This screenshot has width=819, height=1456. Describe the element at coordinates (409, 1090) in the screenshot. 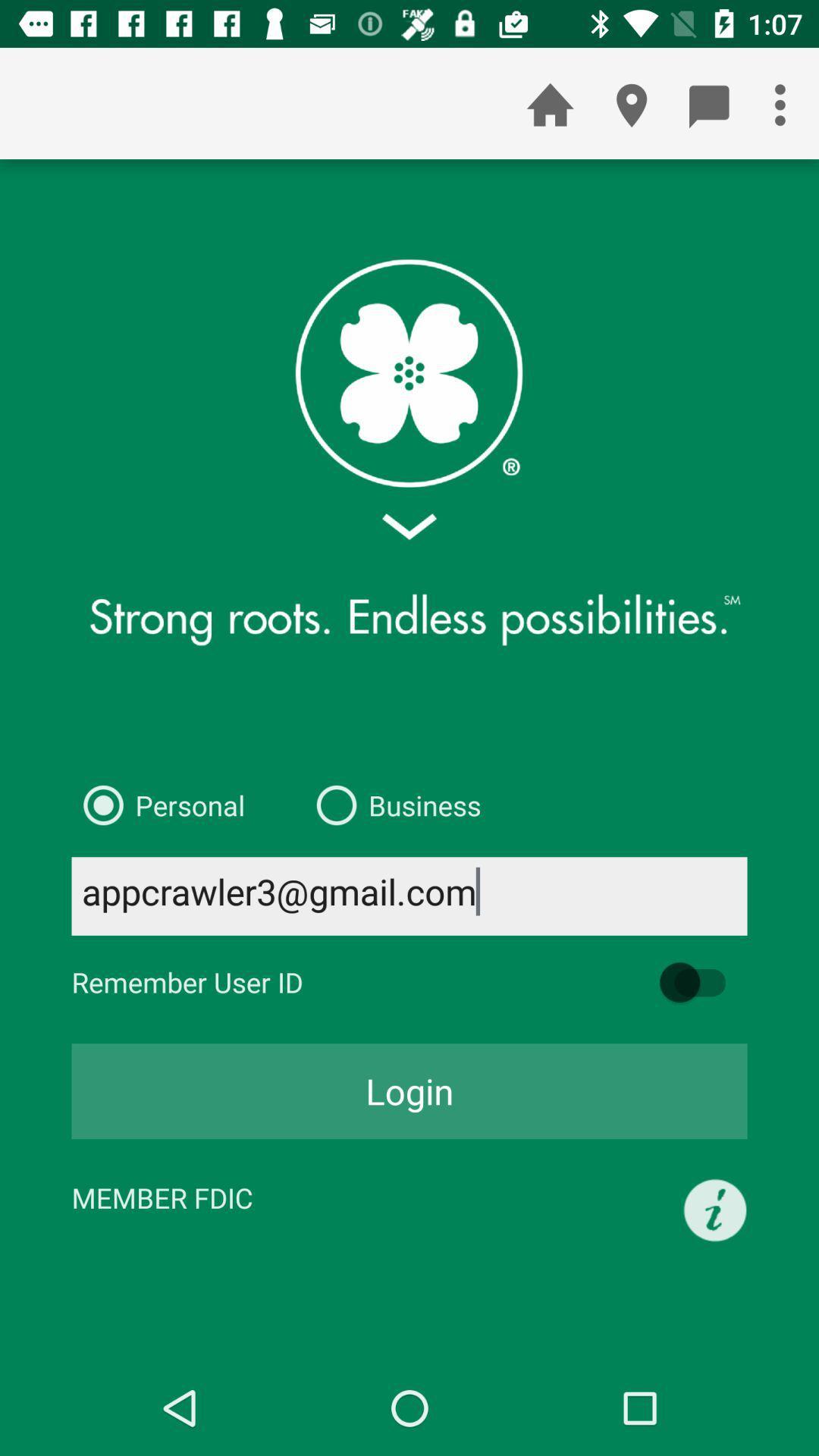

I see `the login item` at that location.